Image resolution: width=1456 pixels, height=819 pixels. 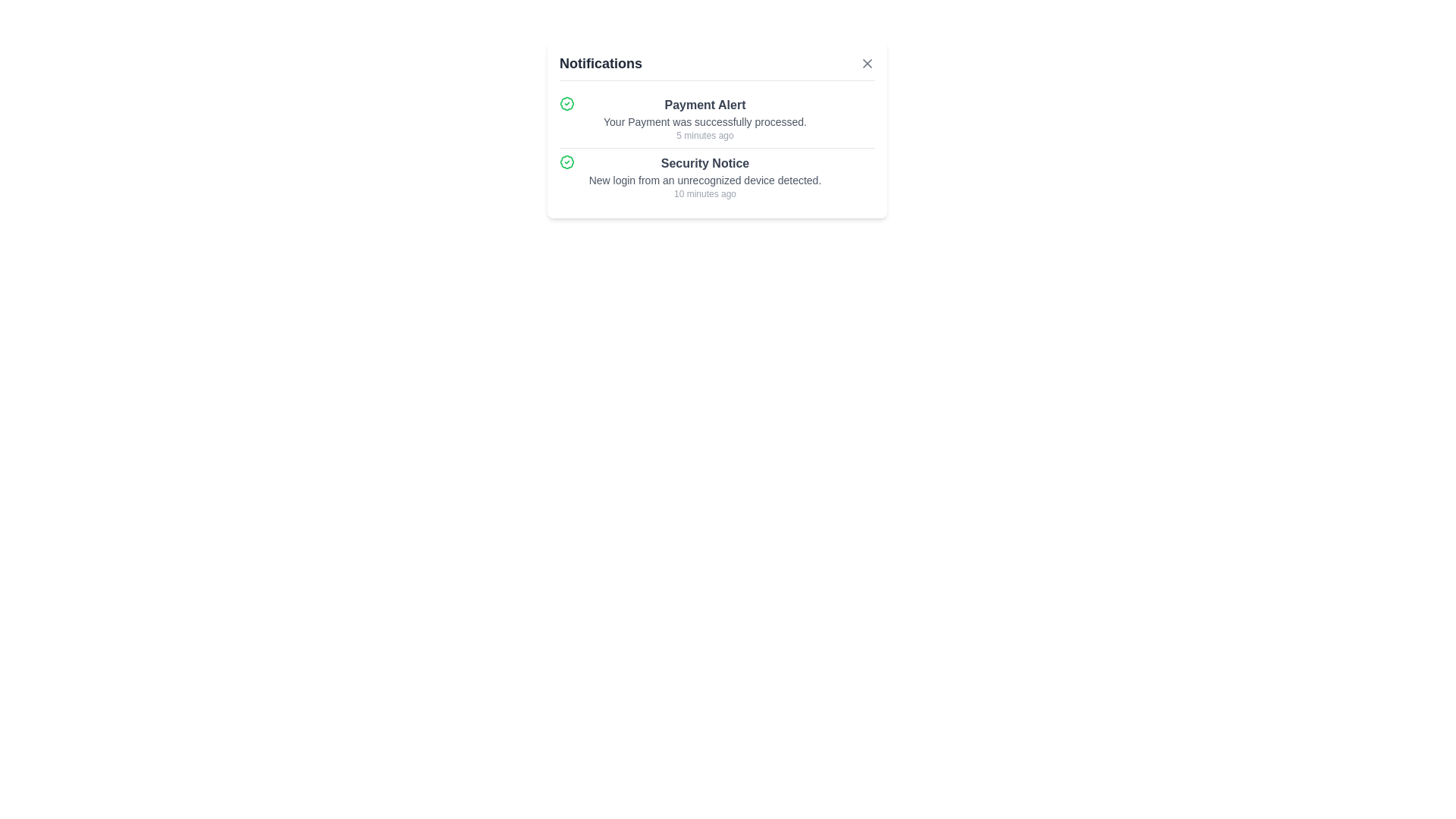 What do you see at coordinates (566, 162) in the screenshot?
I see `the circular icon with a green outline and a checkmark, which indicates a positive status or approval, located to the left of the 'Security Notice' text` at bounding box center [566, 162].